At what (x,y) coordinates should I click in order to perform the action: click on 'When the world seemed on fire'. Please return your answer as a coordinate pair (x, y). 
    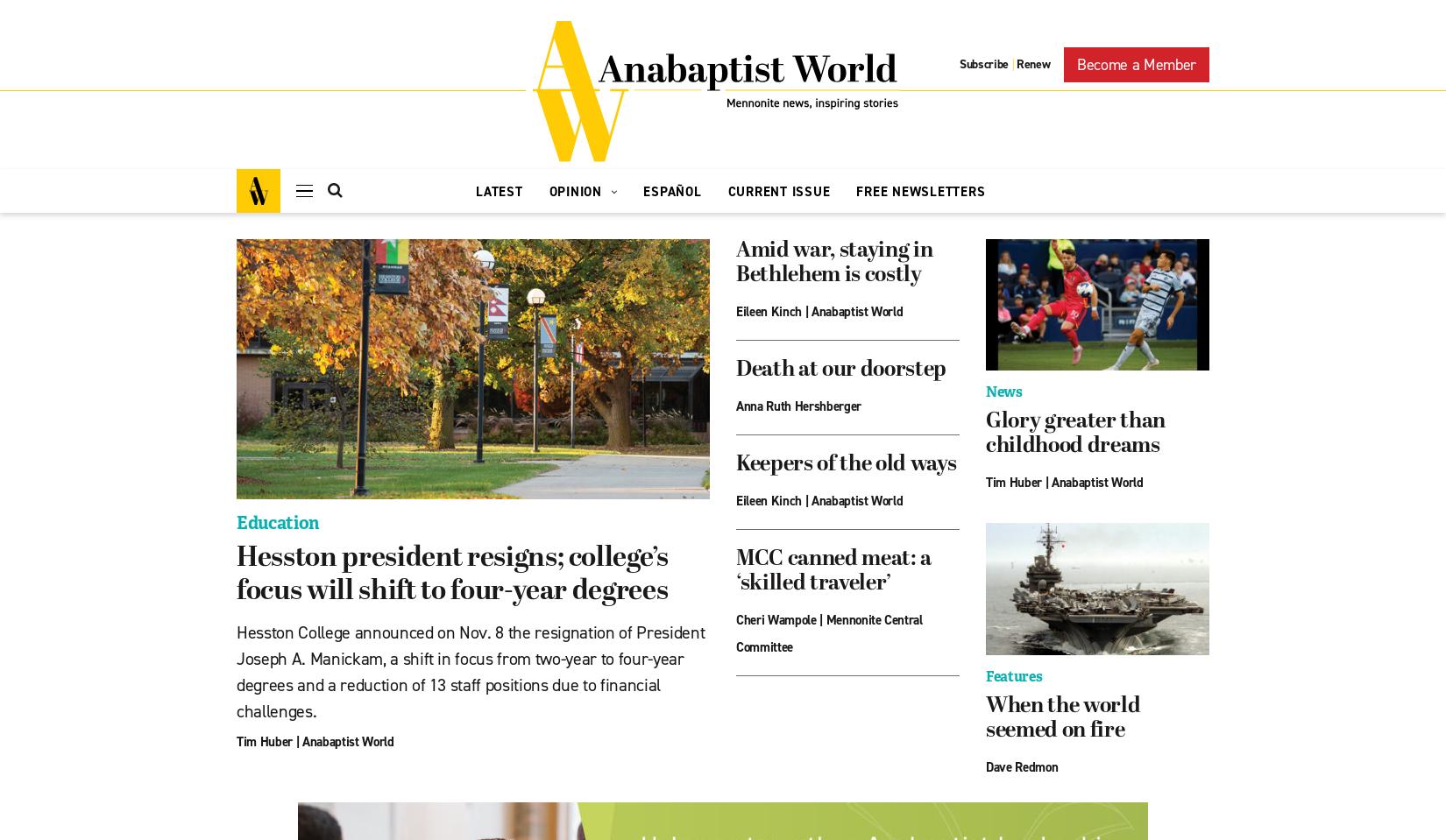
    Looking at the image, I should click on (1063, 718).